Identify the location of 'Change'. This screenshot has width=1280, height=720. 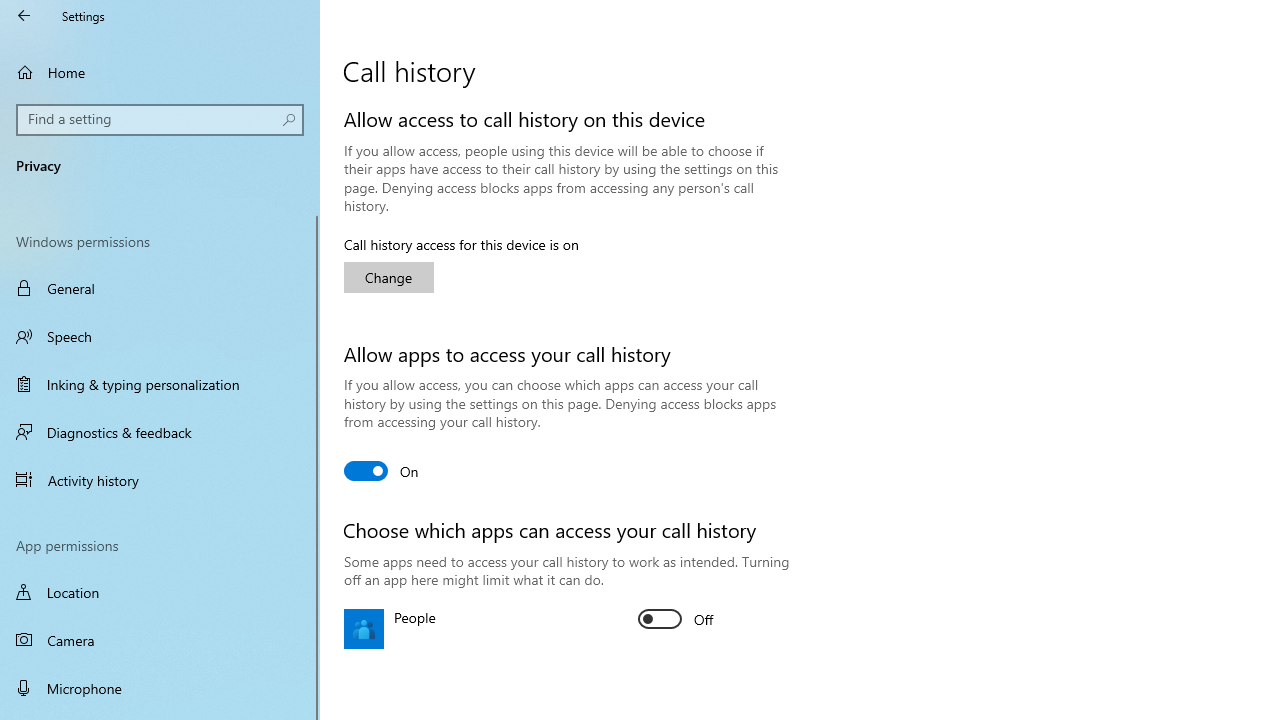
(389, 277).